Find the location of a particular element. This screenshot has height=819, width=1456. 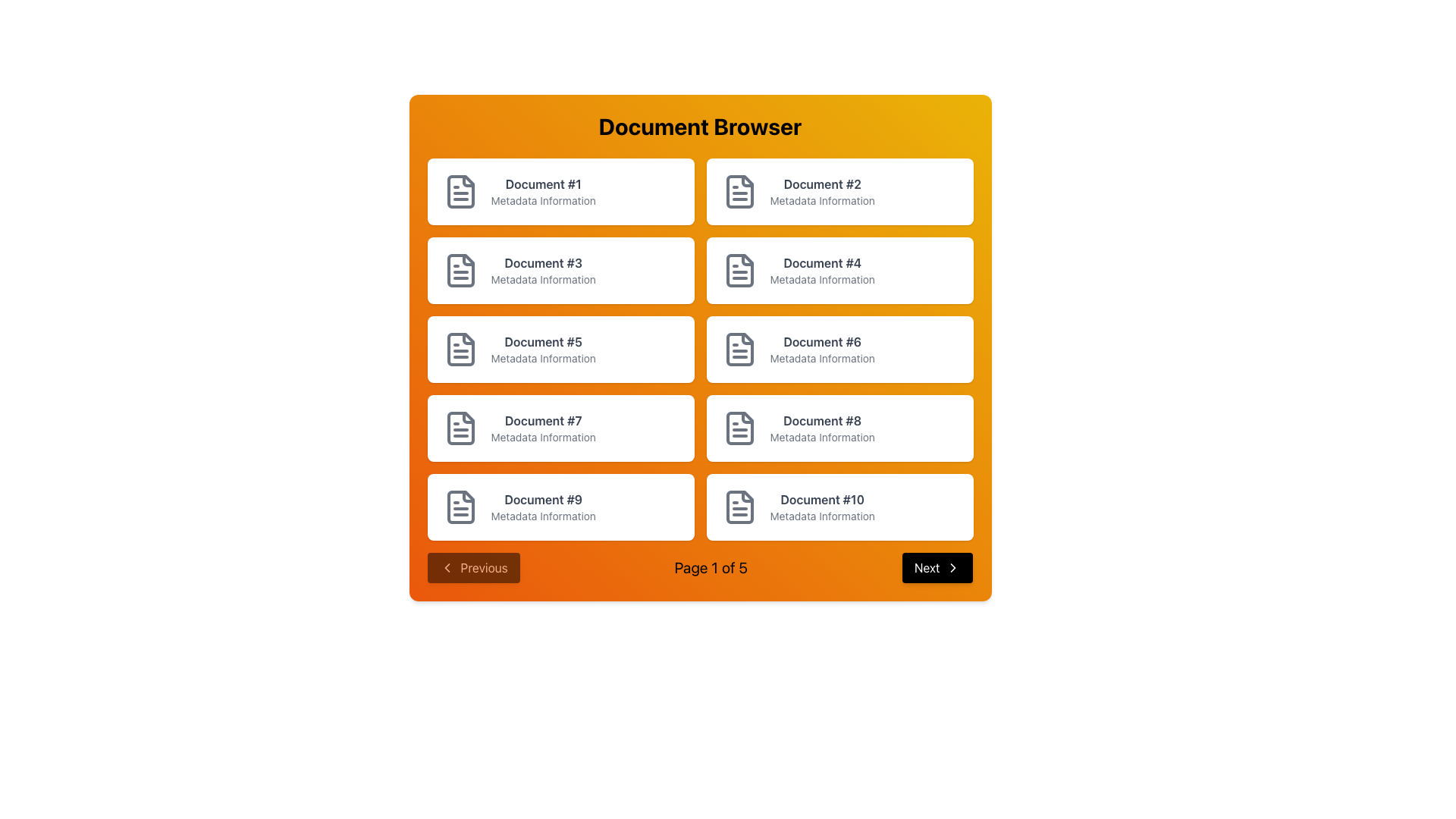

the text label displaying 'Document #8' in bold gray font, located in the second column and fourth row of the document grid is located at coordinates (821, 421).